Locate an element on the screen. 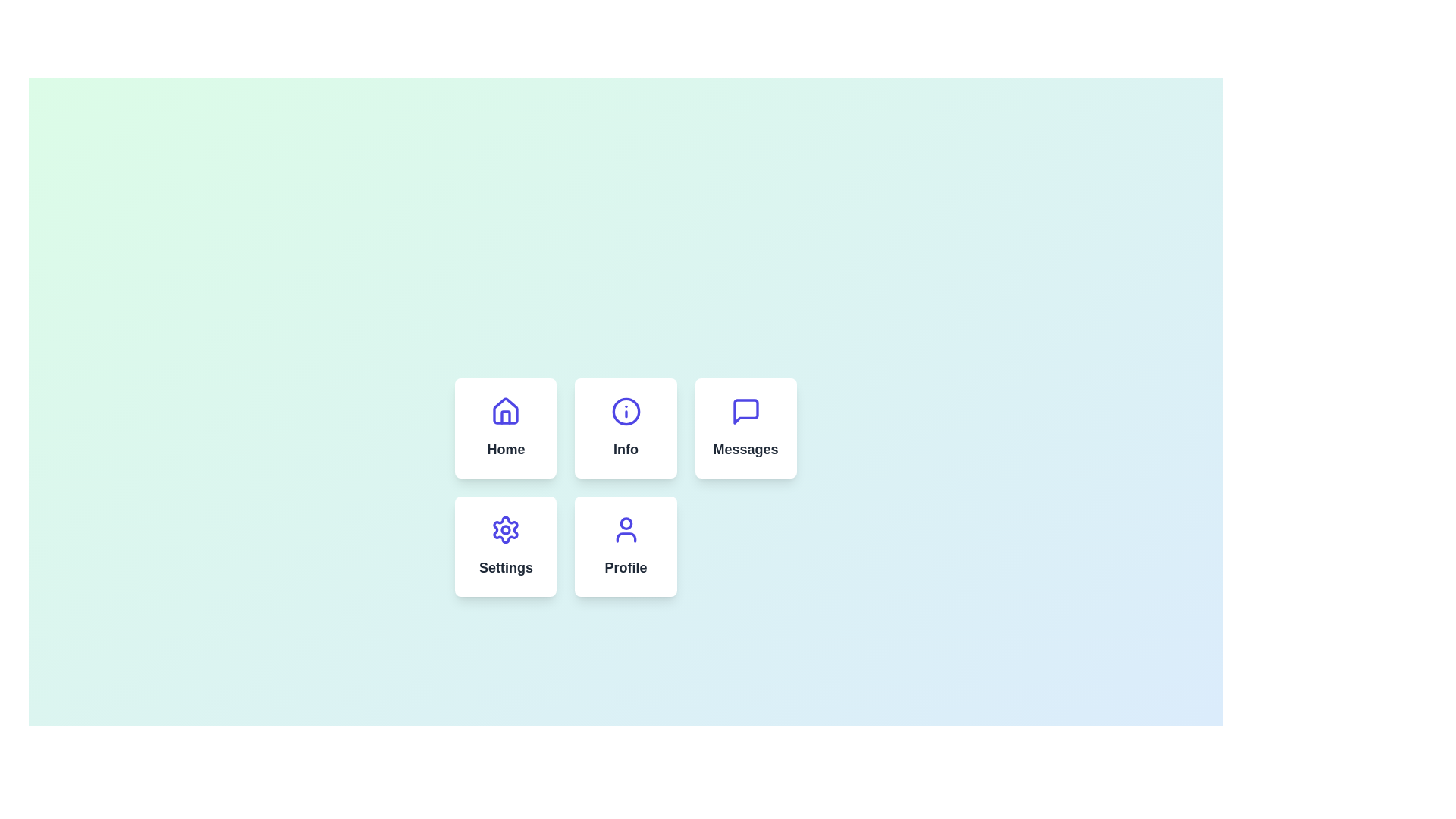 This screenshot has height=819, width=1456. the icon representing the 'Messages' section, which is located at the top center of the third card in the grid layout is located at coordinates (745, 412).